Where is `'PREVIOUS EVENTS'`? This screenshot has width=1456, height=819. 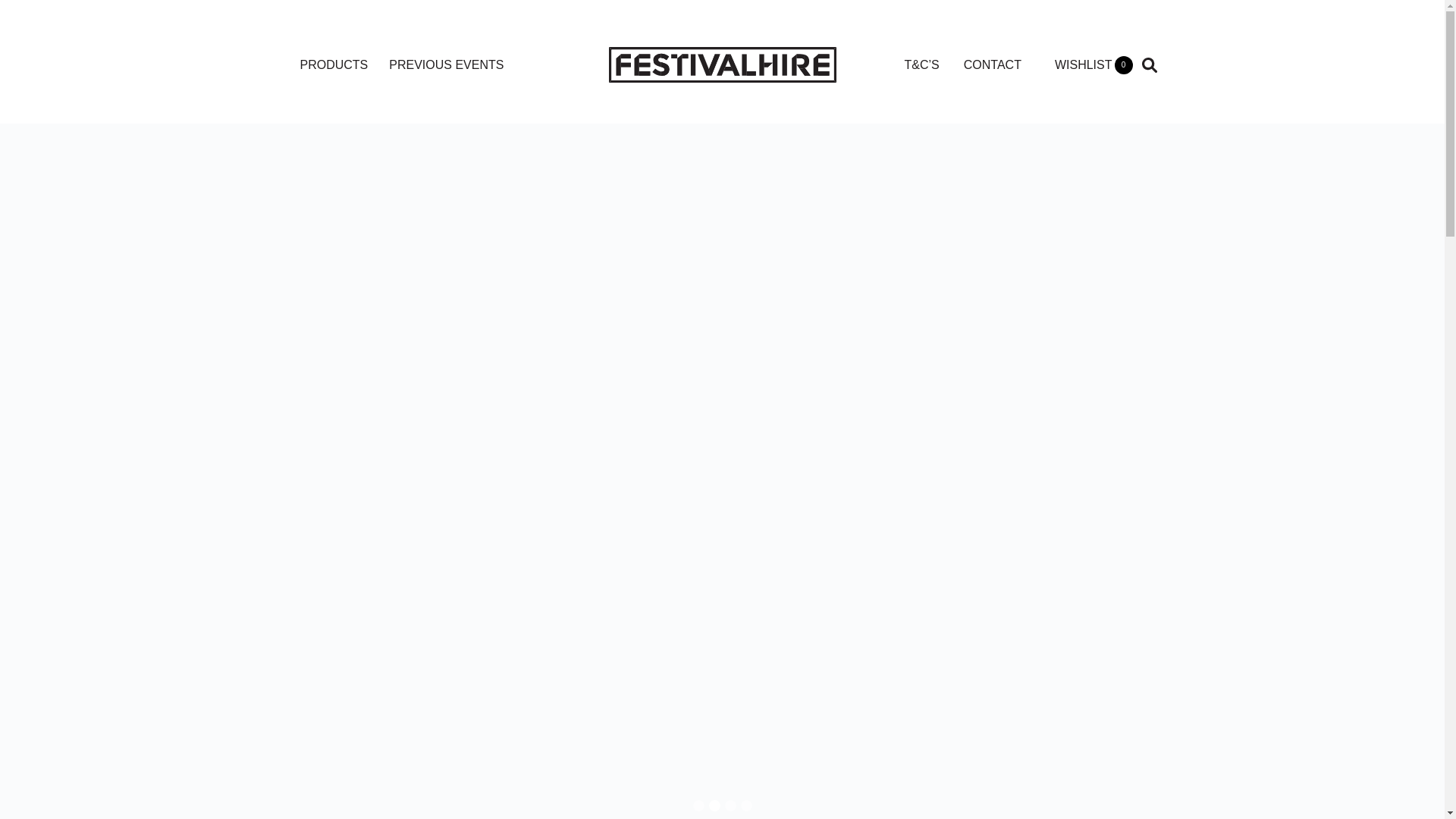
'PREVIOUS EVENTS' is located at coordinates (445, 64).